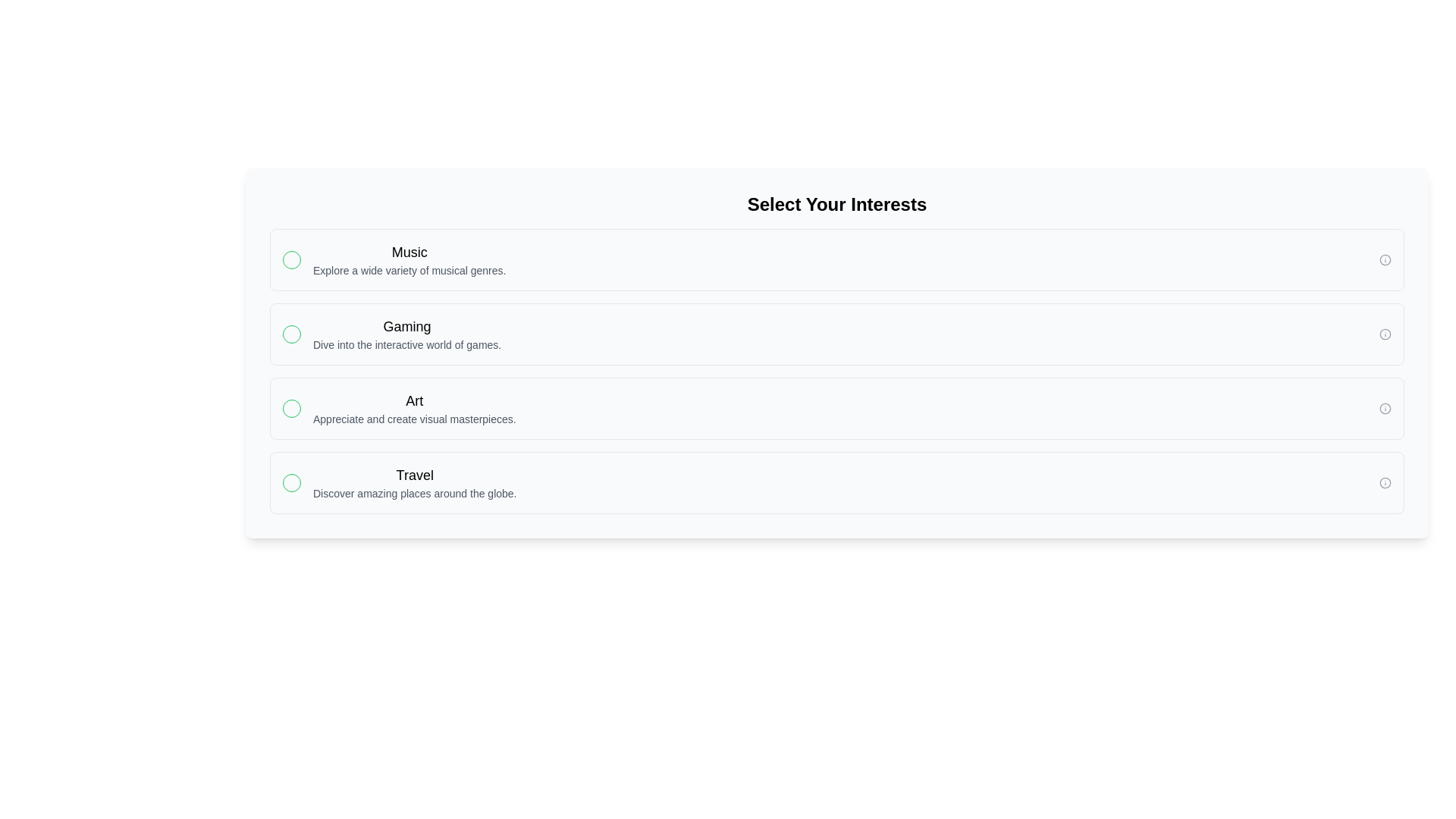 The image size is (1456, 819). I want to click on the information icon next to the Music option to read its detailed description, so click(1385, 259).